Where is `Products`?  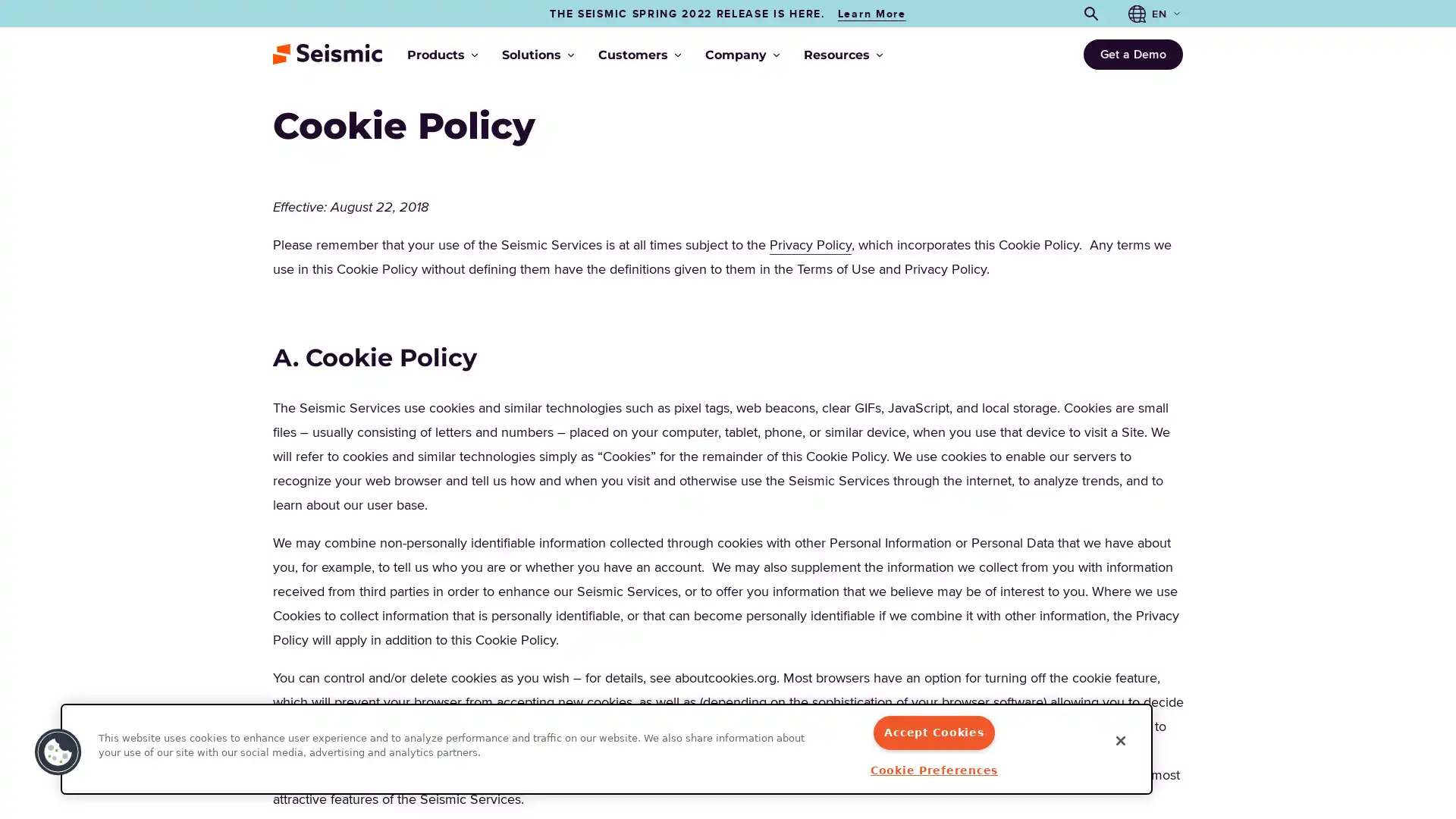
Products is located at coordinates (442, 57).